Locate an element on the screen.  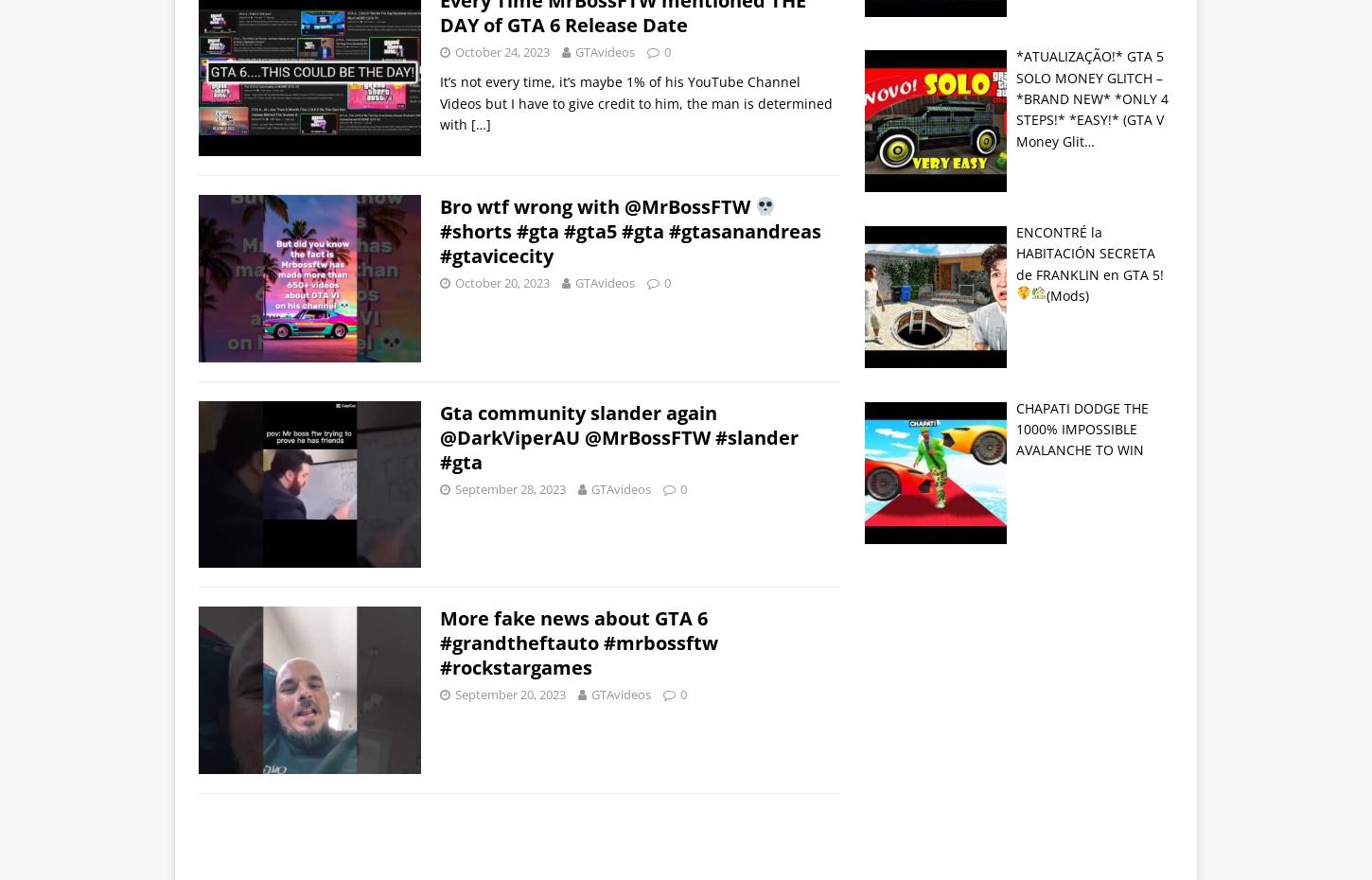
'September 20, 2023' is located at coordinates (510, 694).